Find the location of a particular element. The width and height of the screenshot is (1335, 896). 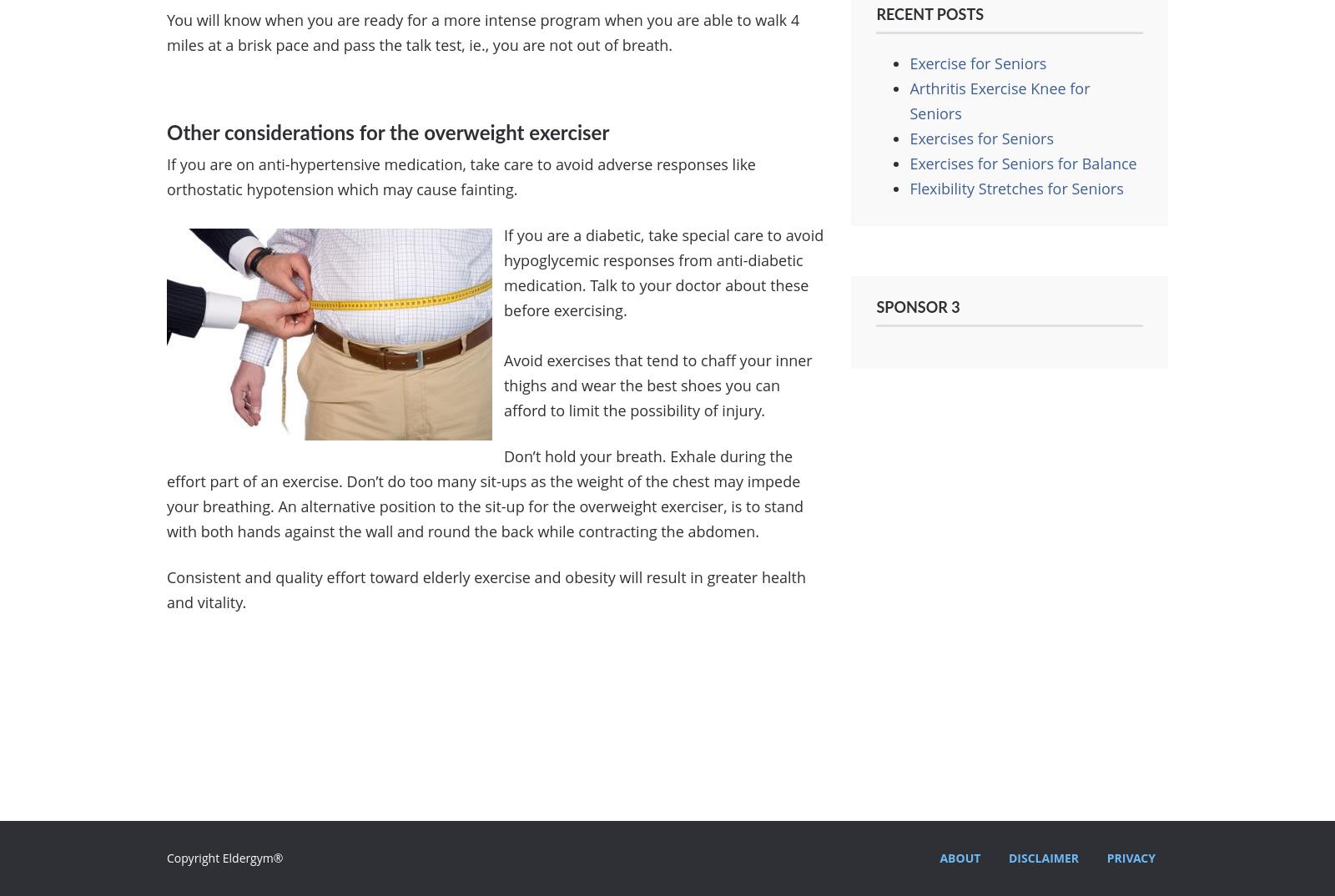

'You will know when you are ready for a more intense program when you are able to walk 4 miles at a brisk pace and pass the talk test, ie., you are not out of breath.' is located at coordinates (482, 31).